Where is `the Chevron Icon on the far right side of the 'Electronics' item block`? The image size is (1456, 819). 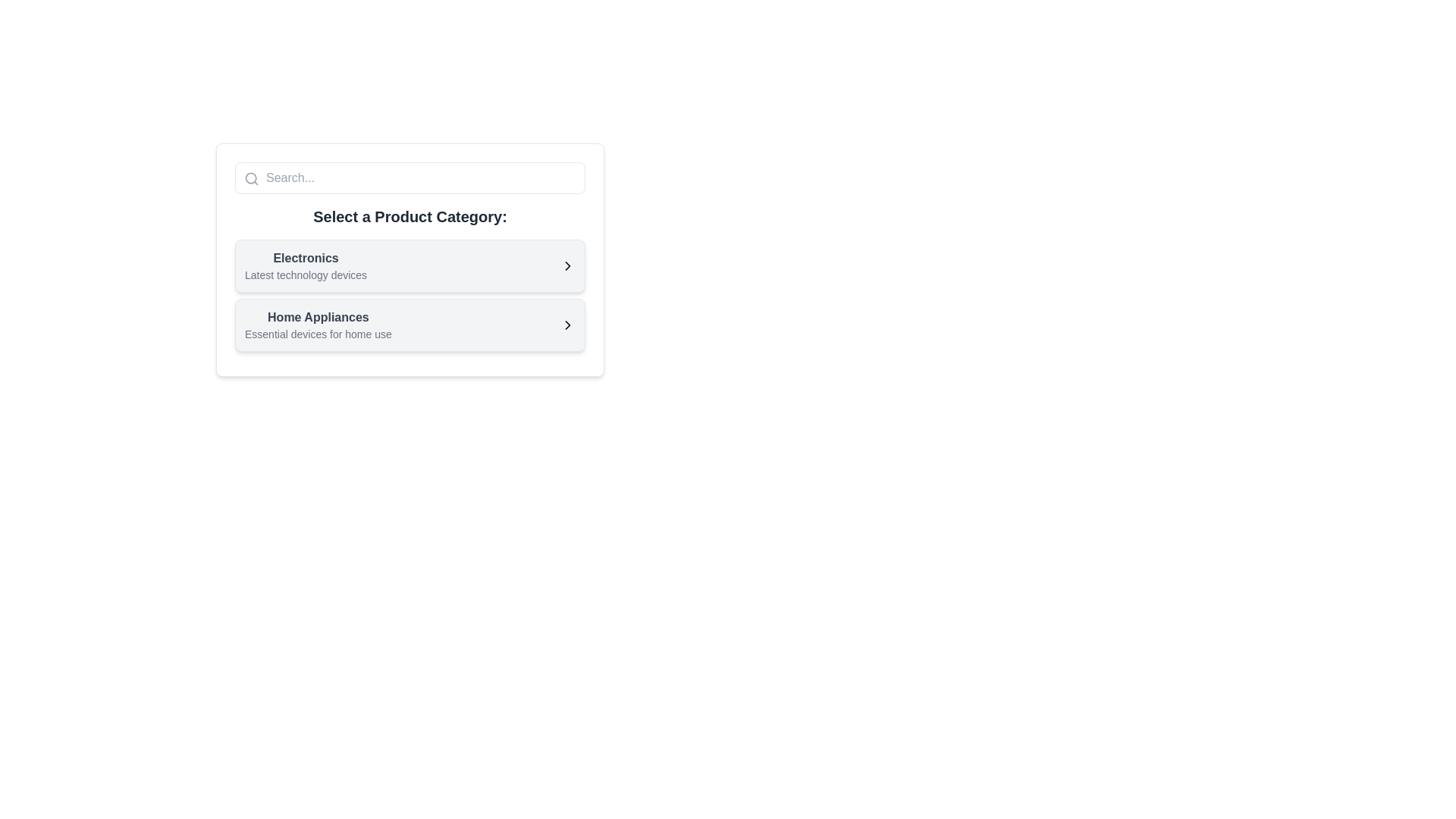
the Chevron Icon on the far right side of the 'Electronics' item block is located at coordinates (566, 265).